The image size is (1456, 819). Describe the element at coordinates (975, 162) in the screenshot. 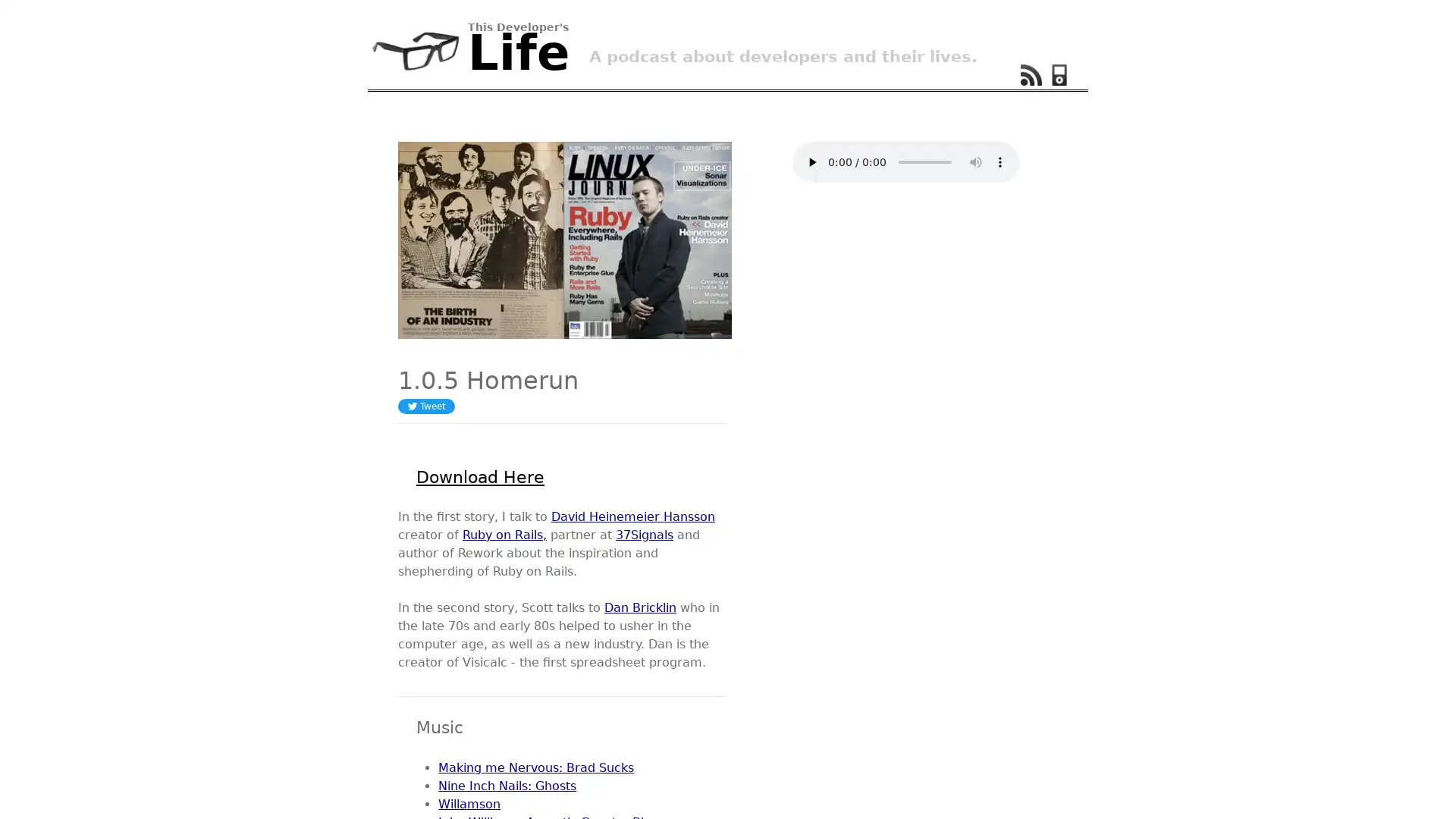

I see `mute` at that location.